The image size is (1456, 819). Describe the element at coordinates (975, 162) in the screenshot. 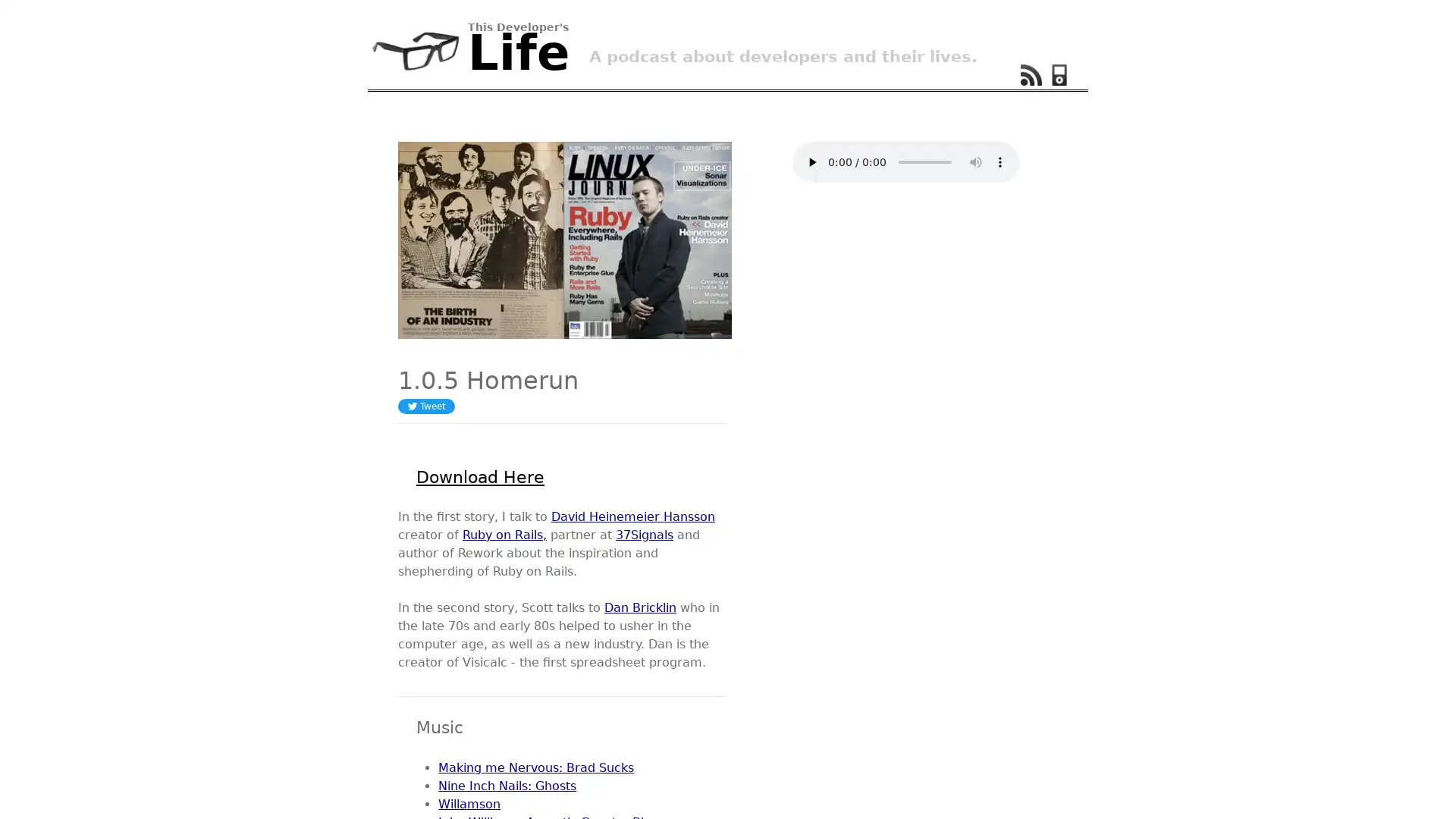

I see `mute` at that location.